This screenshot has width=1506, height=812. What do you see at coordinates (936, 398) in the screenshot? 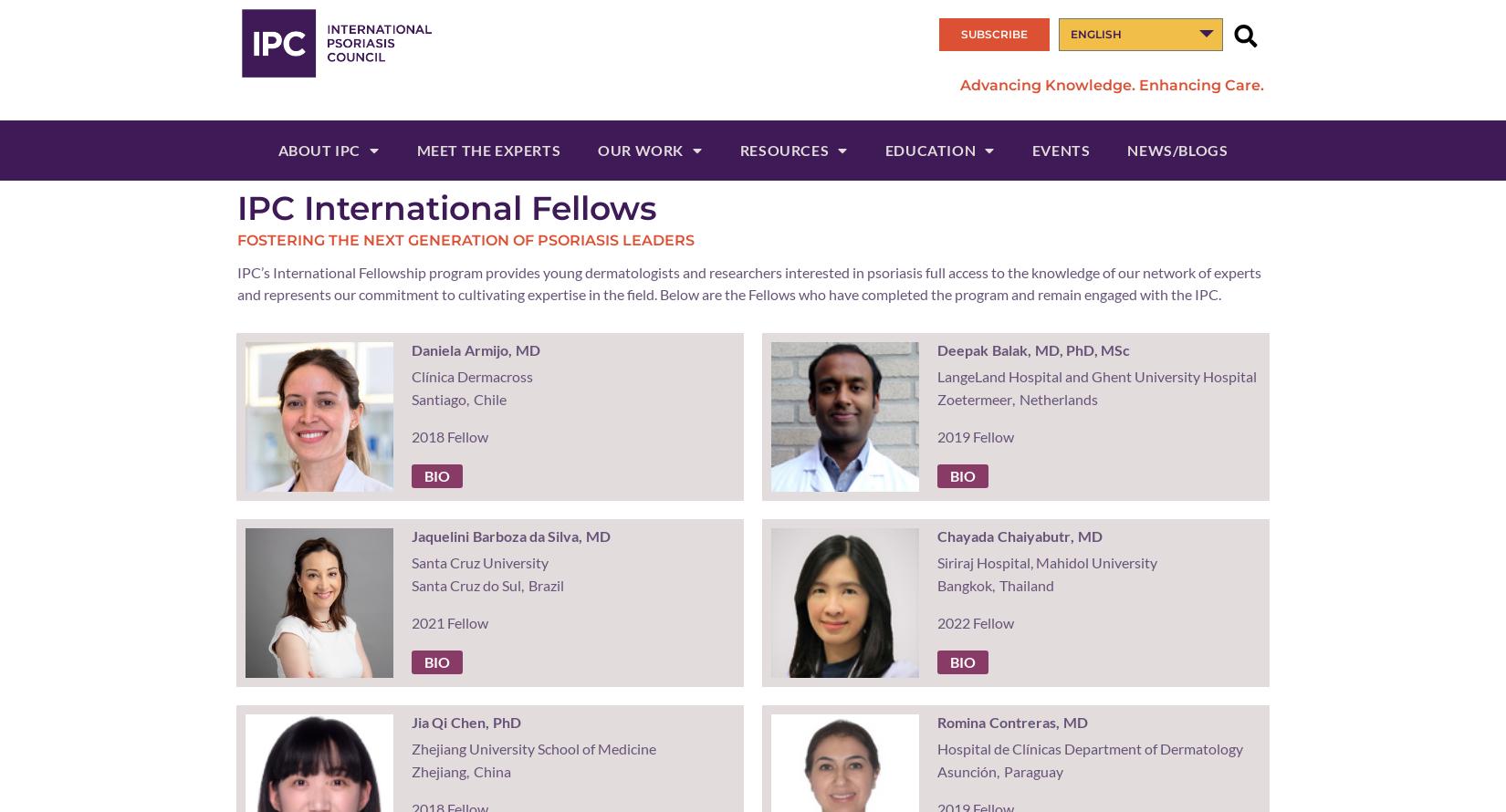
I see `'Zoetermeer'` at bounding box center [936, 398].